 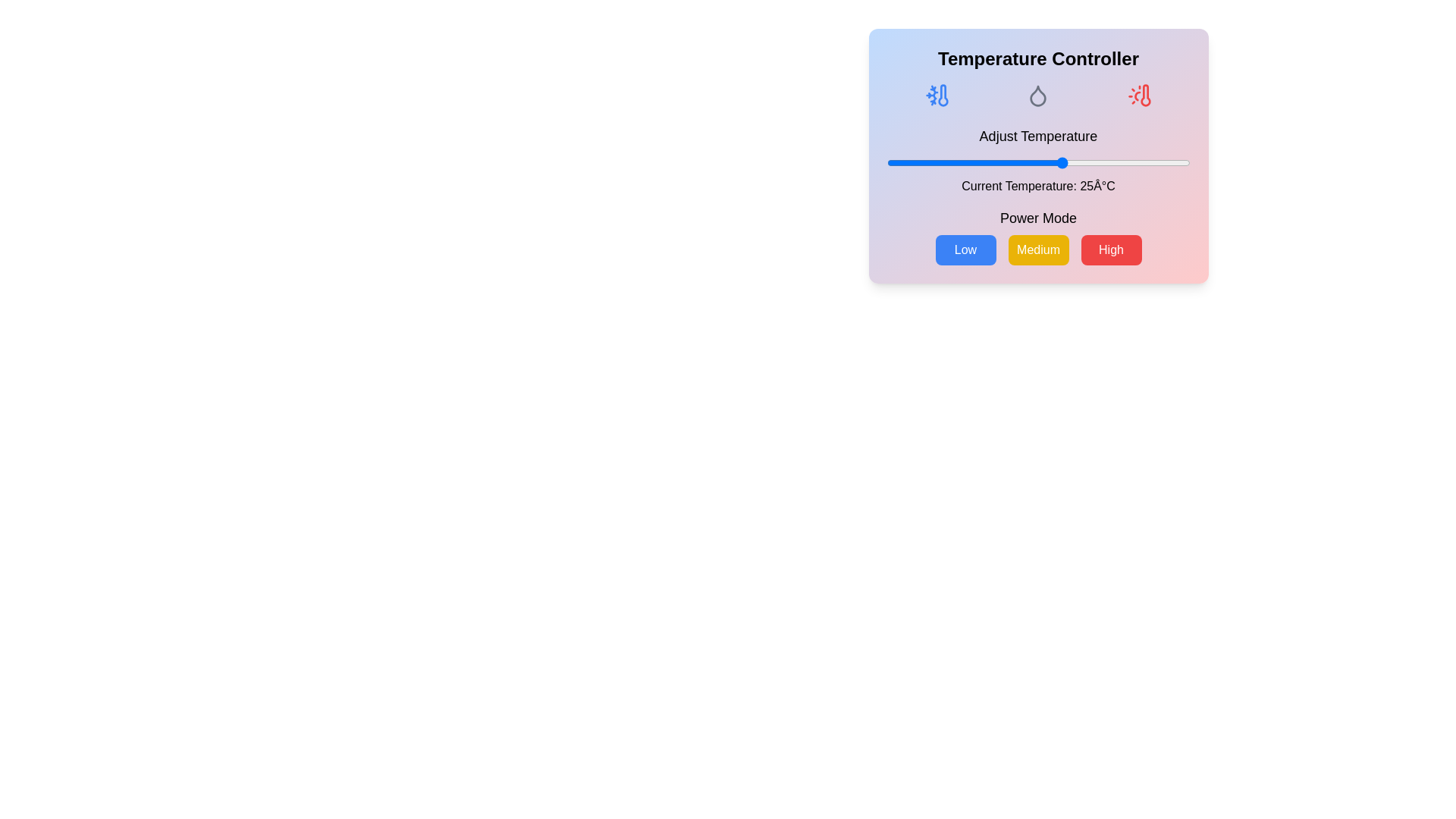 What do you see at coordinates (1083, 163) in the screenshot?
I see `the temperature to 29 degrees Celsius using the slider` at bounding box center [1083, 163].